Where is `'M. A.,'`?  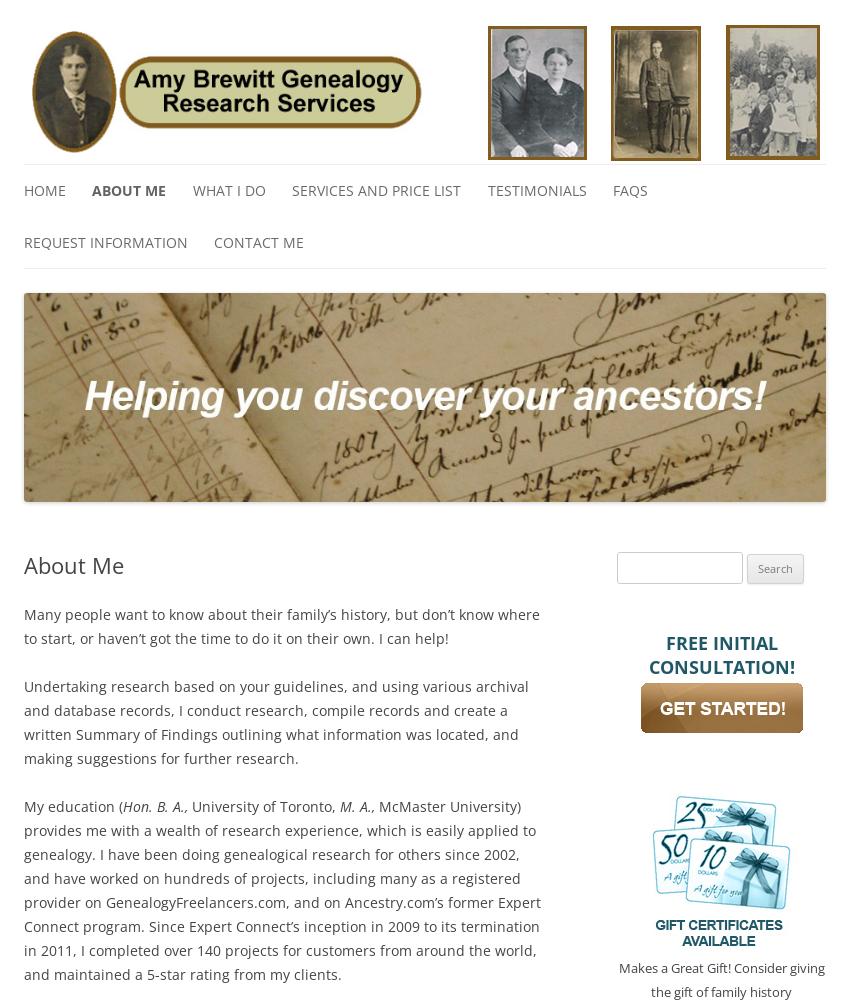 'M. A.,' is located at coordinates (356, 805).